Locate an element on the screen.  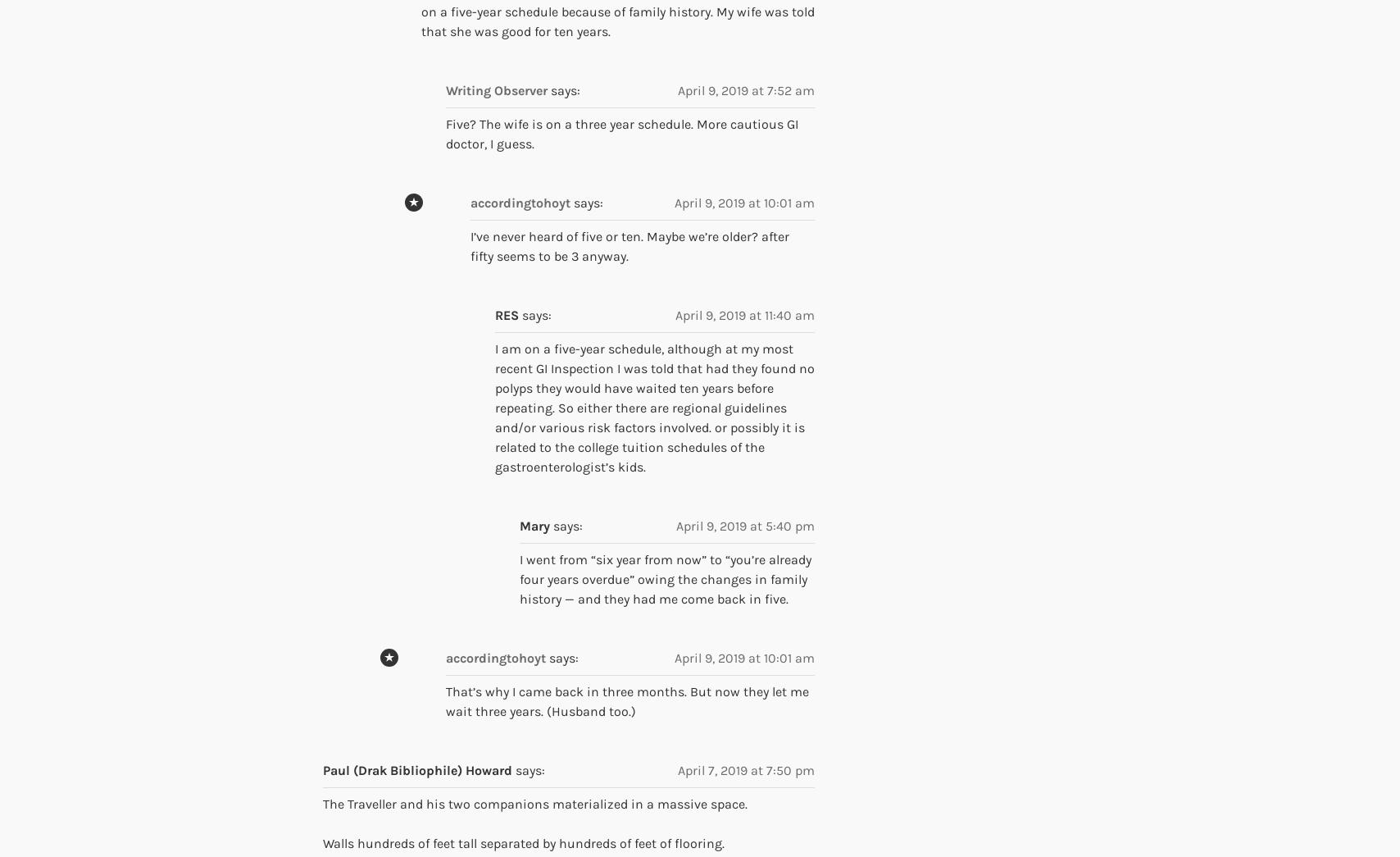
'Five? The wife is on a three year schedule. More cautious GI doctor, I guess.' is located at coordinates (622, 133).